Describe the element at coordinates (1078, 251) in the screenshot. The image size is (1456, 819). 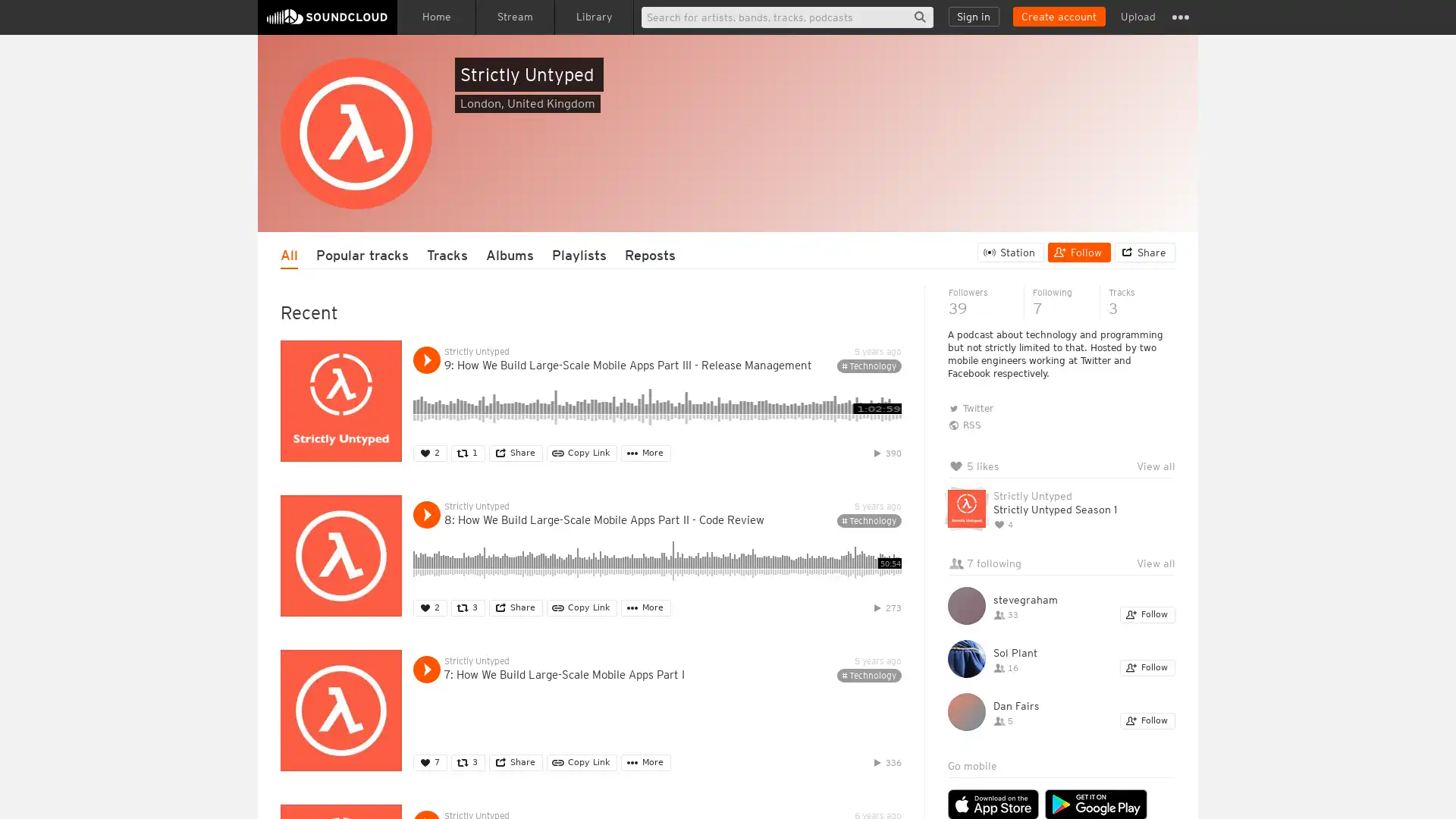
I see `Follow` at that location.